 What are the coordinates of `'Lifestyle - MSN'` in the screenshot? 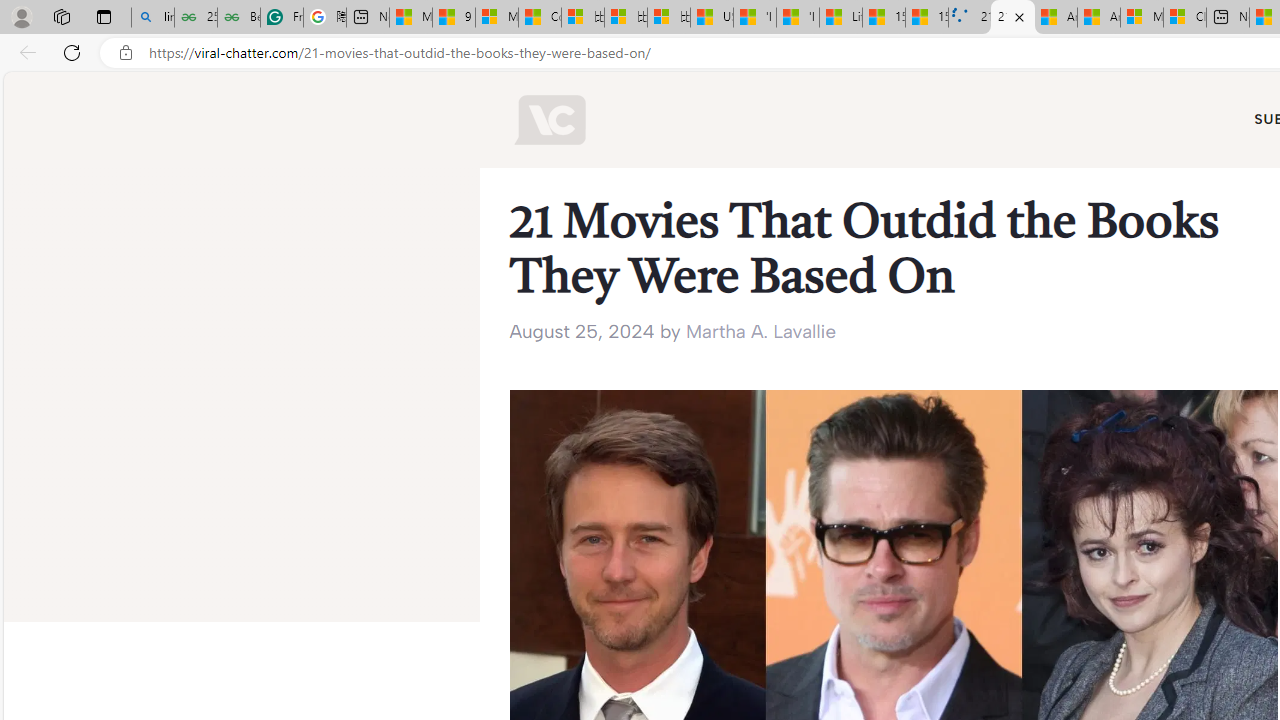 It's located at (840, 17).